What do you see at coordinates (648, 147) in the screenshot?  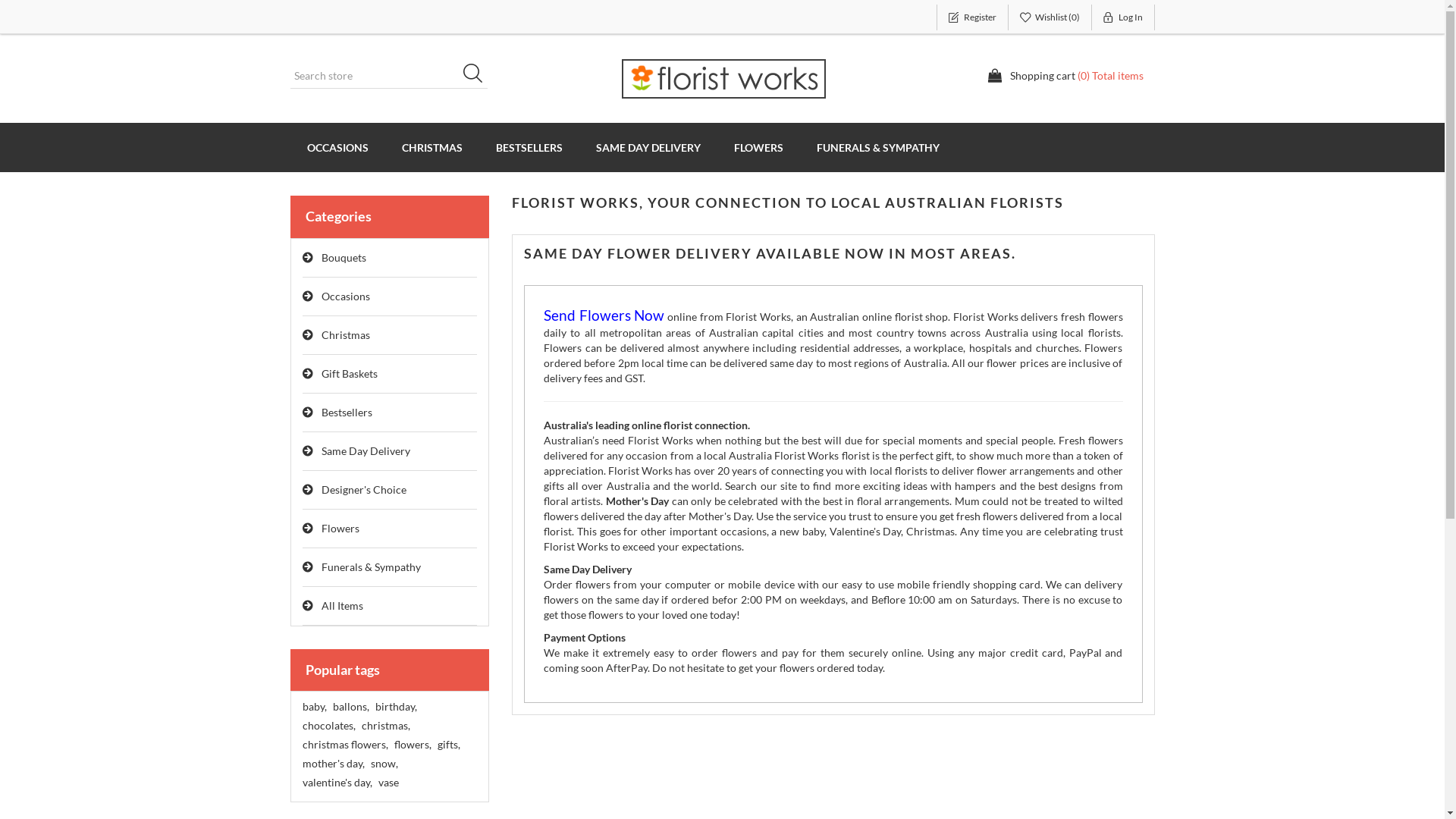 I see `'SAME DAY DELIVERY'` at bounding box center [648, 147].